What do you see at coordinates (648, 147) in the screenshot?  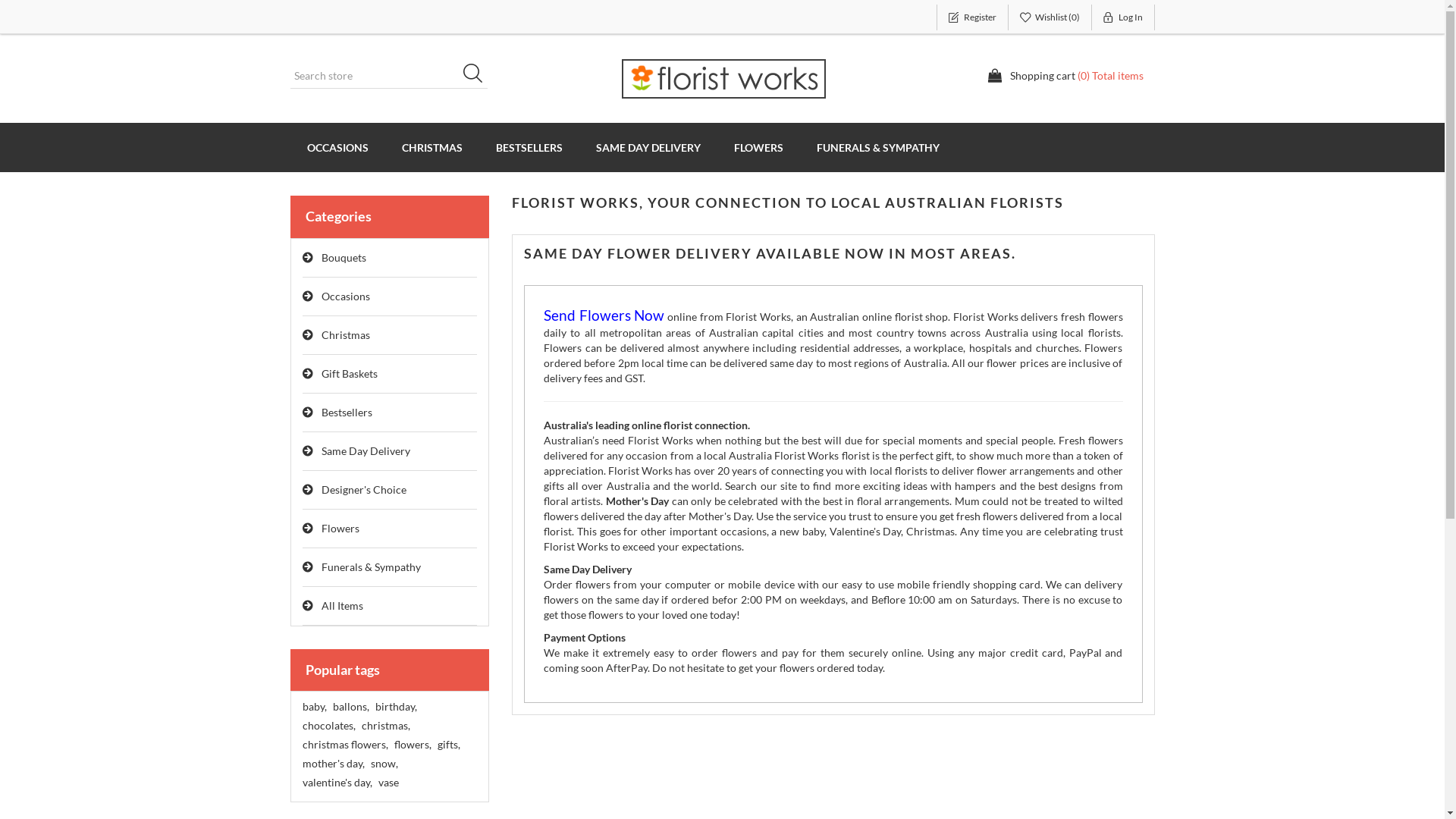 I see `'SAME DAY DELIVERY'` at bounding box center [648, 147].